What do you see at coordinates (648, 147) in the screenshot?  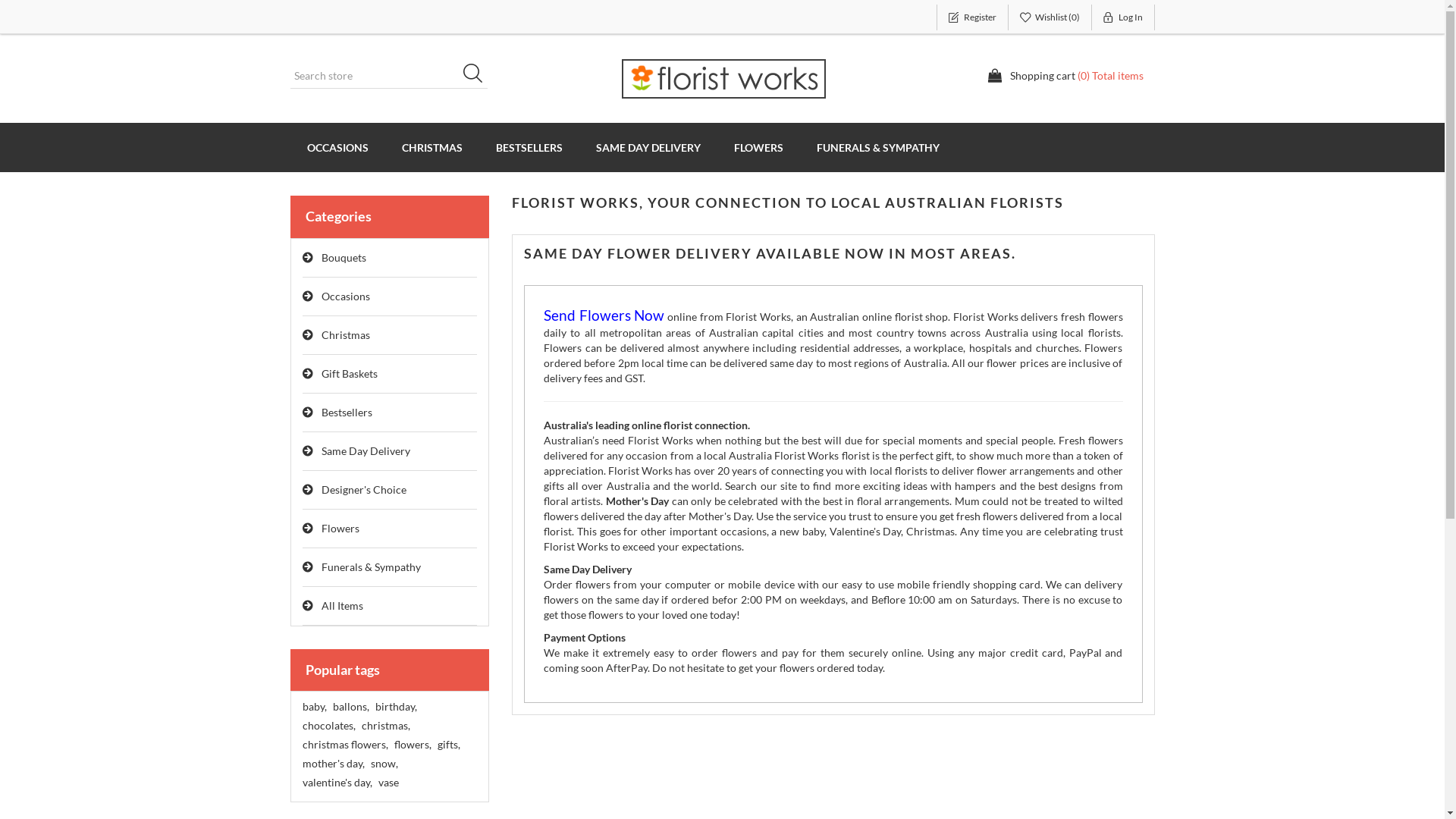 I see `'SAME DAY DELIVERY'` at bounding box center [648, 147].